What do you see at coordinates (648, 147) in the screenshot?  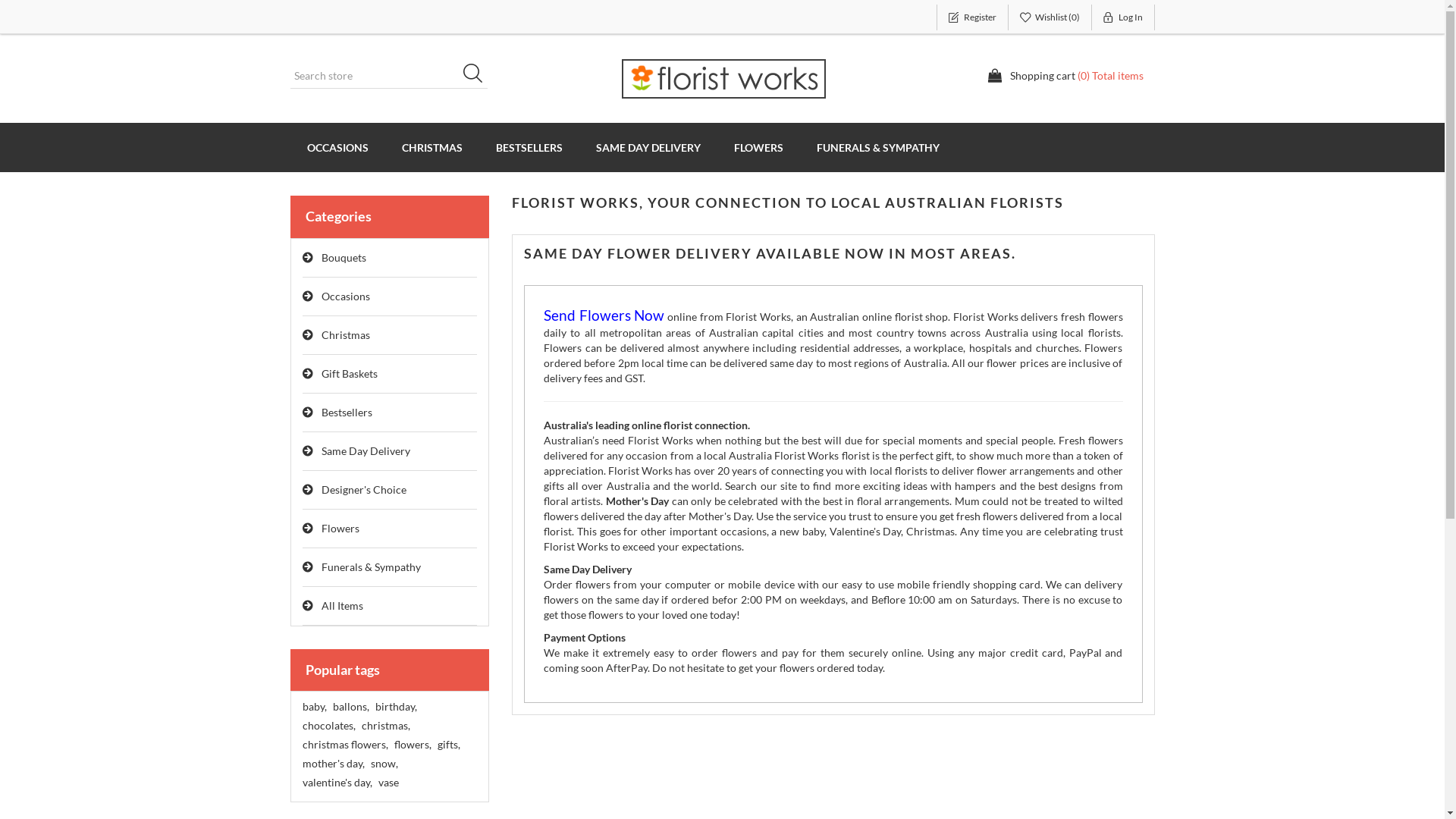 I see `'SAME DAY DELIVERY'` at bounding box center [648, 147].